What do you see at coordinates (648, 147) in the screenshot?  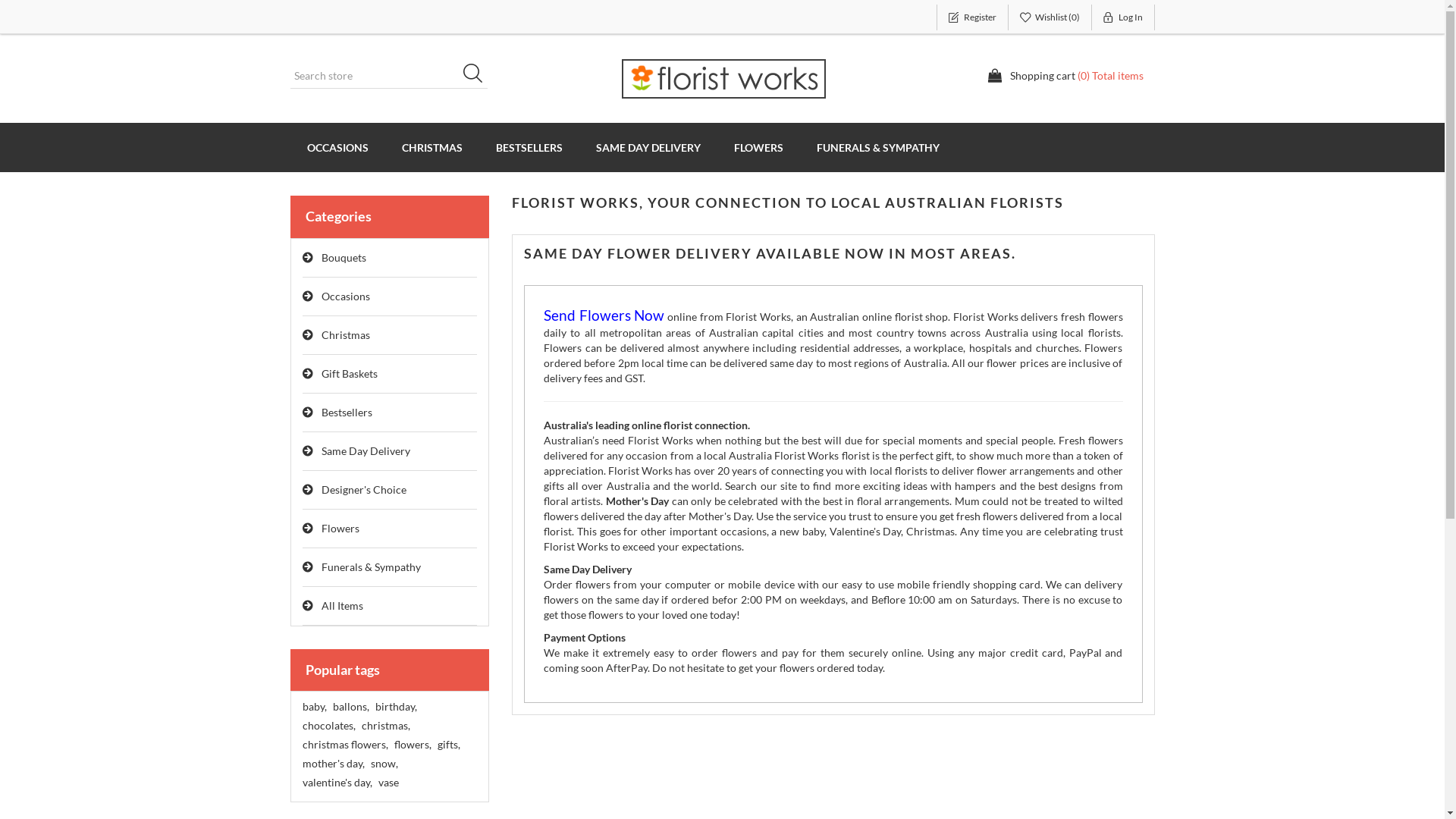 I see `'SAME DAY DELIVERY'` at bounding box center [648, 147].